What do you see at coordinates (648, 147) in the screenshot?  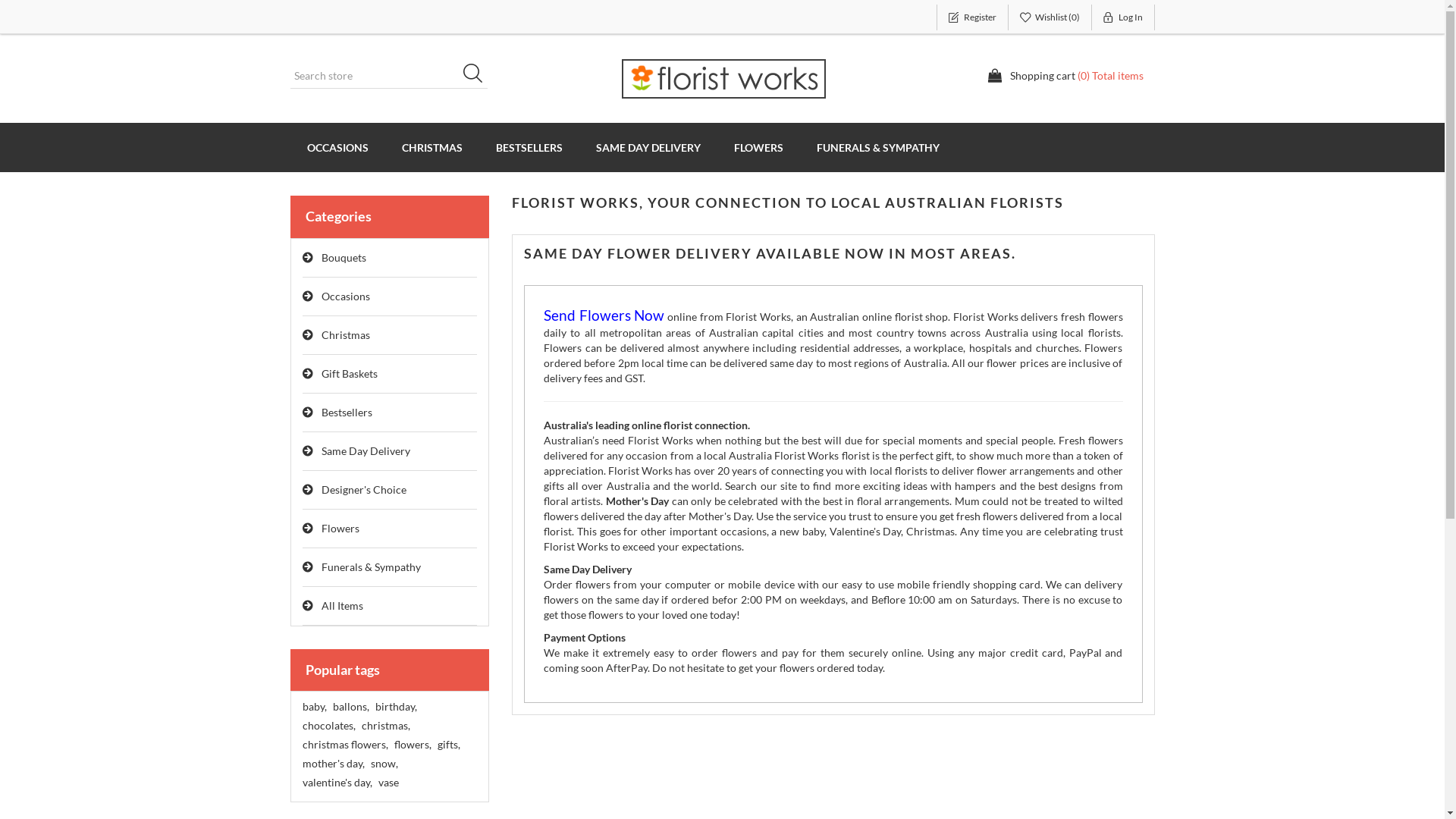 I see `'SAME DAY DELIVERY'` at bounding box center [648, 147].